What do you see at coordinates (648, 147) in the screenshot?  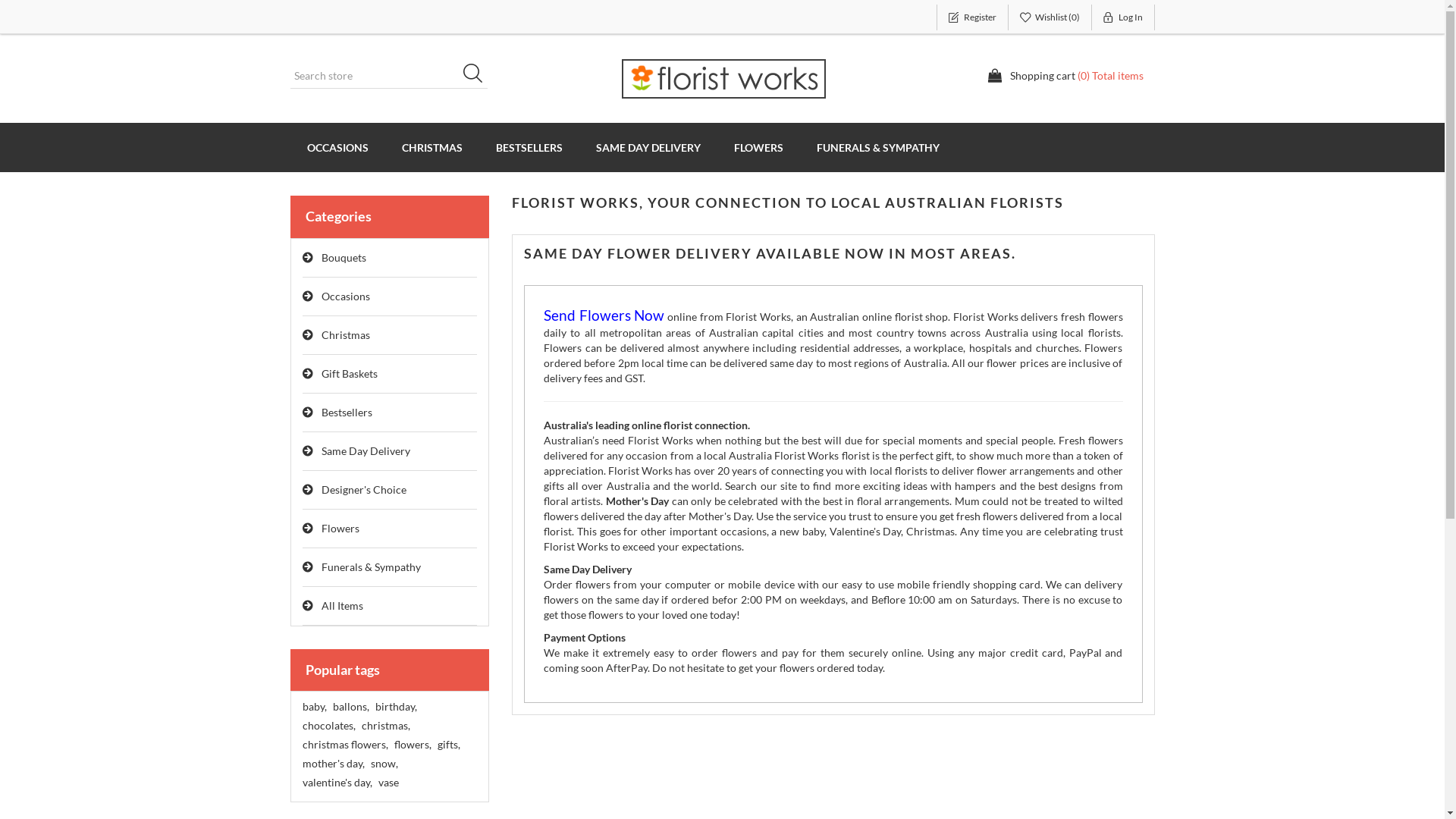 I see `'SAME DAY DELIVERY'` at bounding box center [648, 147].